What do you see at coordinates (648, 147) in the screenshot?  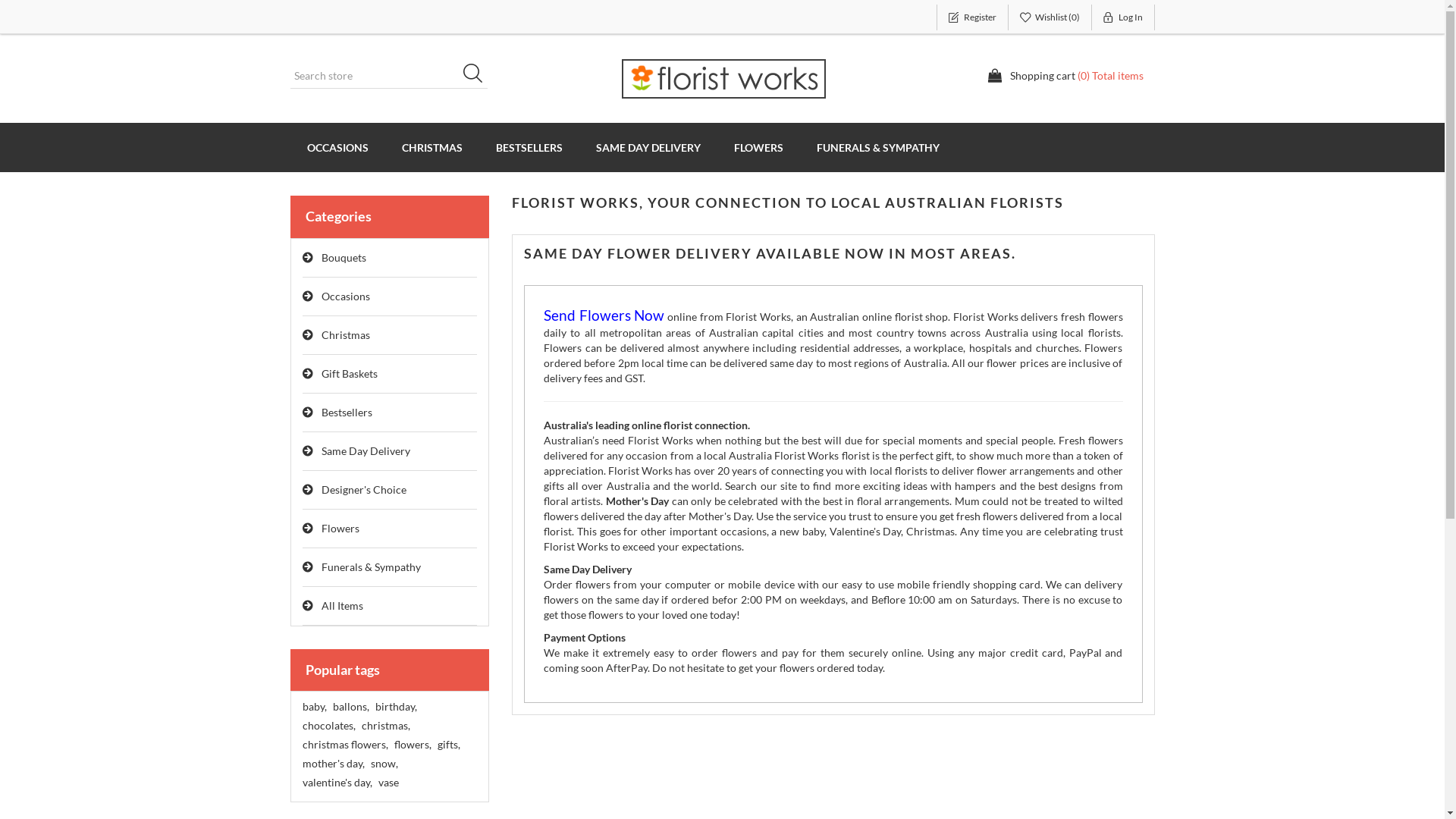 I see `'SAME DAY DELIVERY'` at bounding box center [648, 147].